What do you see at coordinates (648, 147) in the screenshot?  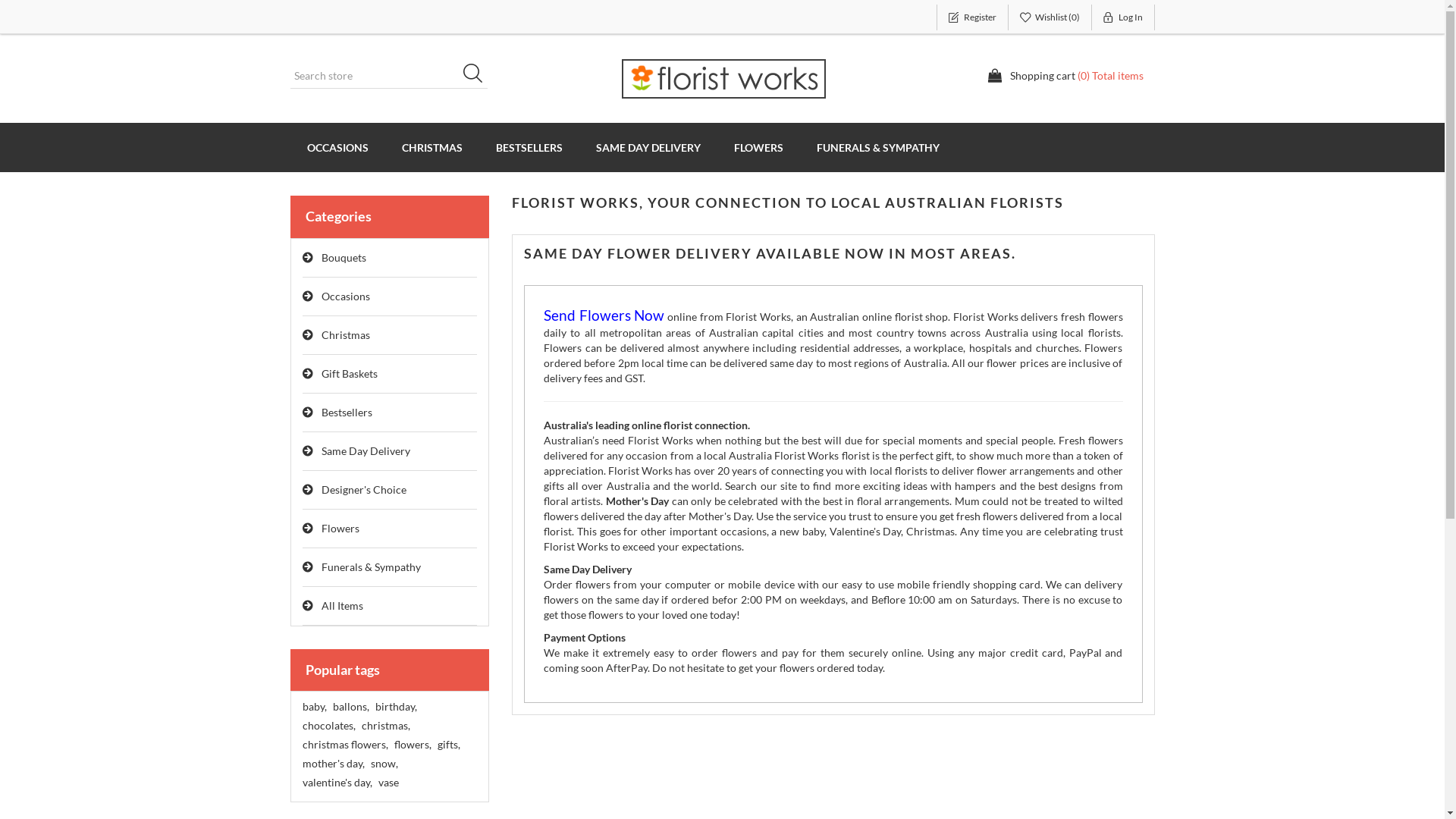 I see `'SAME DAY DELIVERY'` at bounding box center [648, 147].